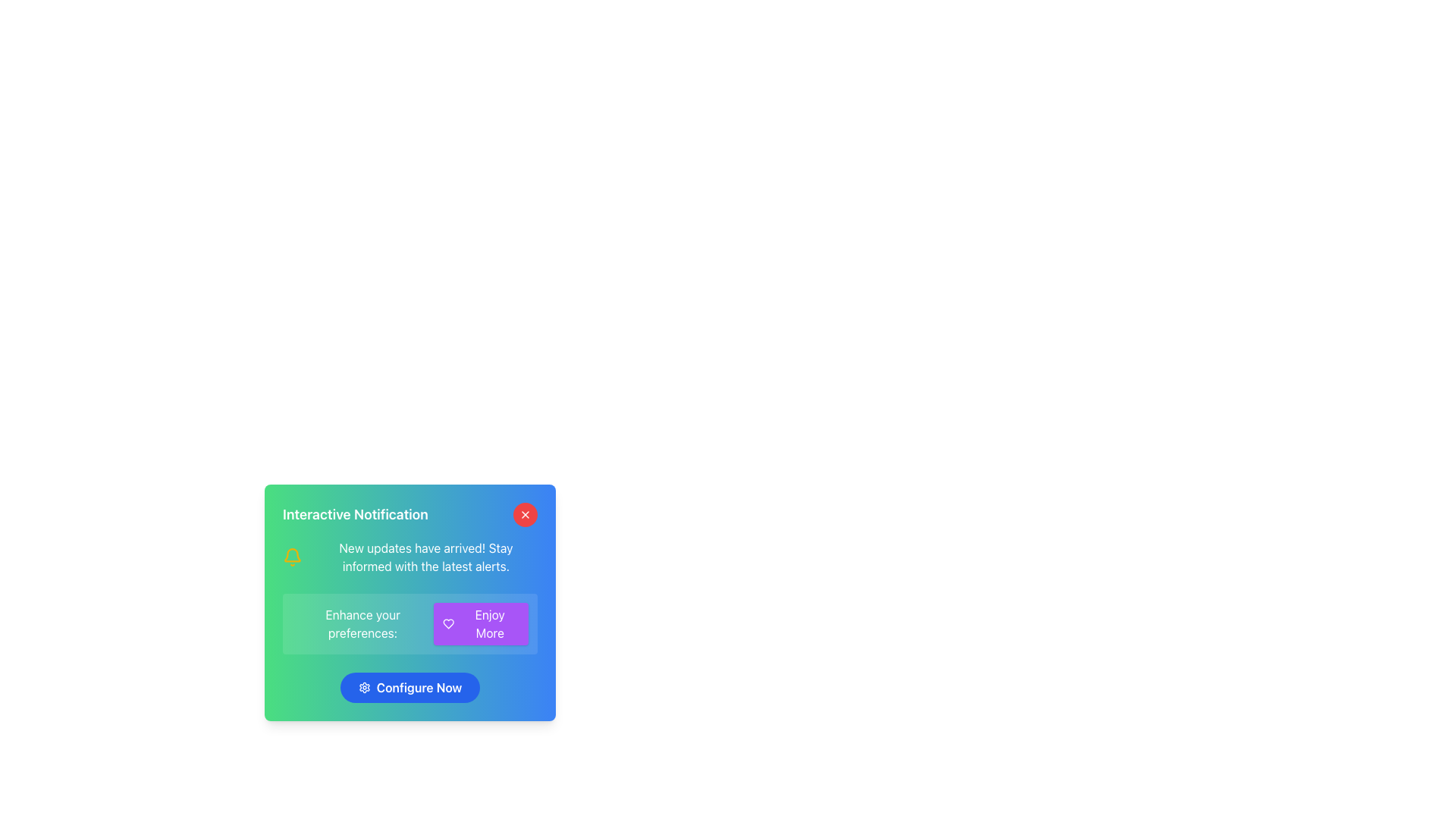 The height and width of the screenshot is (819, 1456). Describe the element at coordinates (364, 687) in the screenshot. I see `the gear-like SVG icon outlined in white against a blue circular background, which is located within the 'Configure Now' button` at that location.